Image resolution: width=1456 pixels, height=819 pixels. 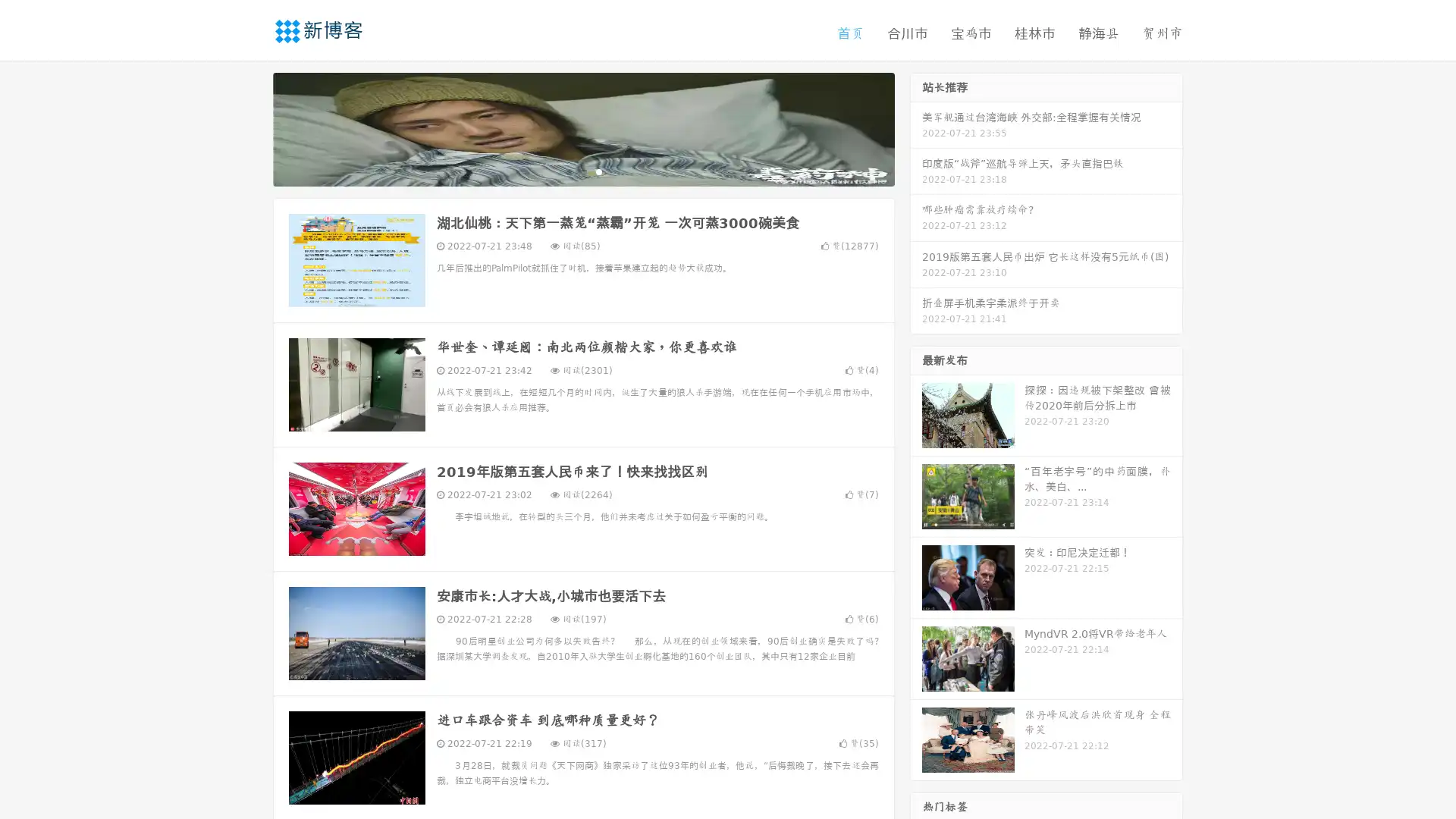 I want to click on Go to slide 2, so click(x=582, y=171).